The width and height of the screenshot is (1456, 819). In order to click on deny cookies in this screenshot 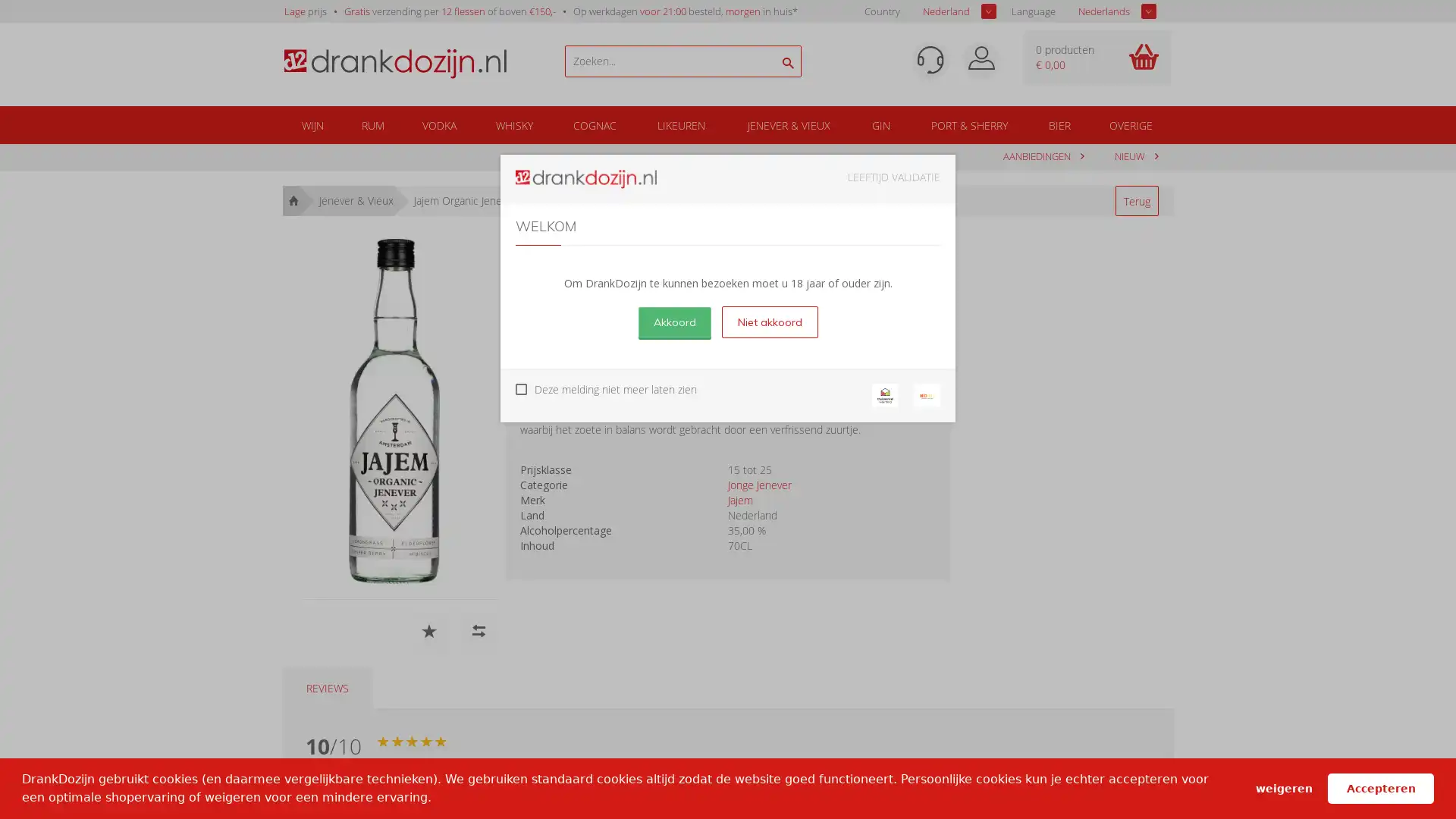, I will do `click(1282, 787)`.